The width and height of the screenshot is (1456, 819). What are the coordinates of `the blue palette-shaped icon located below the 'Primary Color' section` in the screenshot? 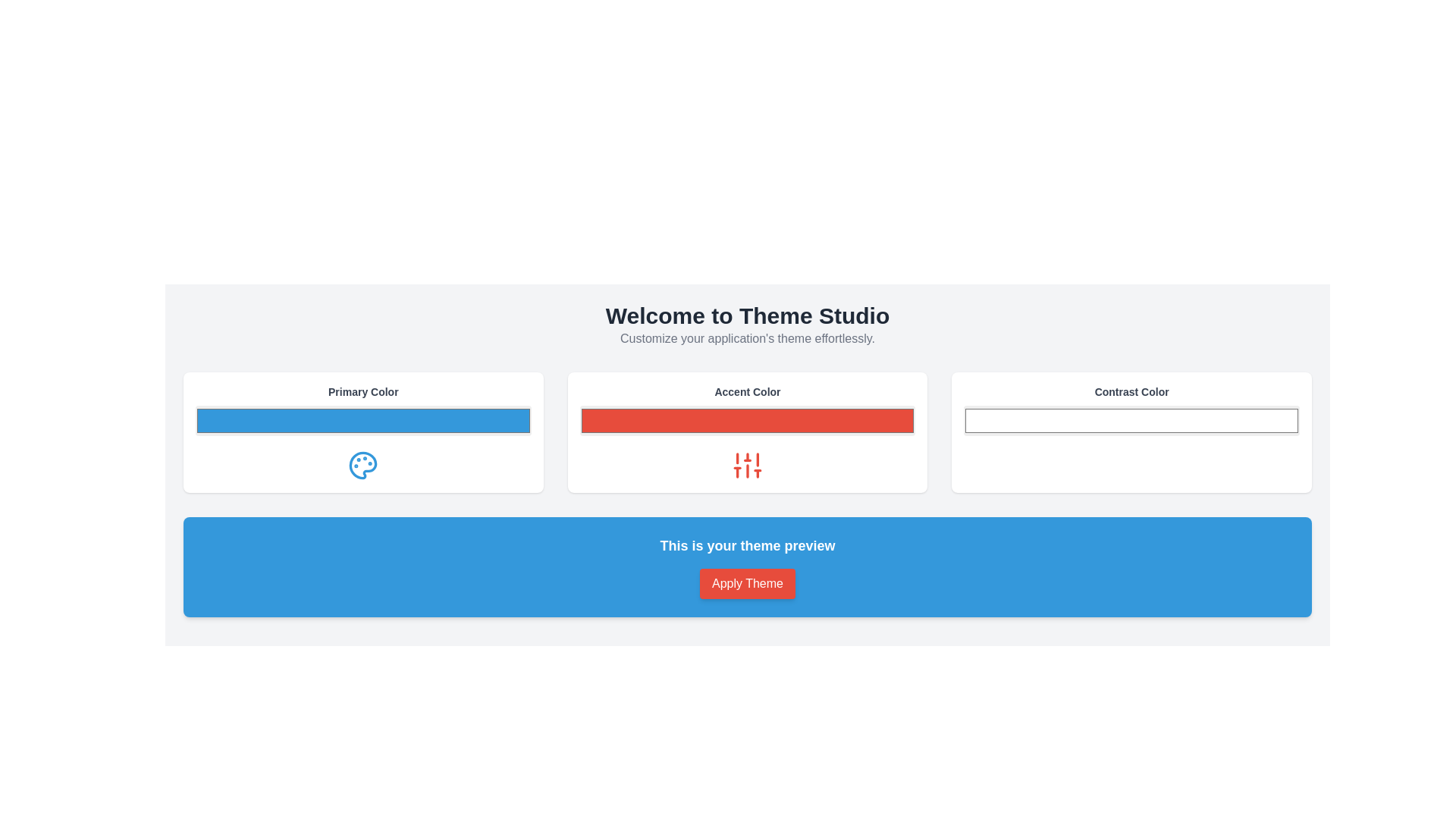 It's located at (362, 464).